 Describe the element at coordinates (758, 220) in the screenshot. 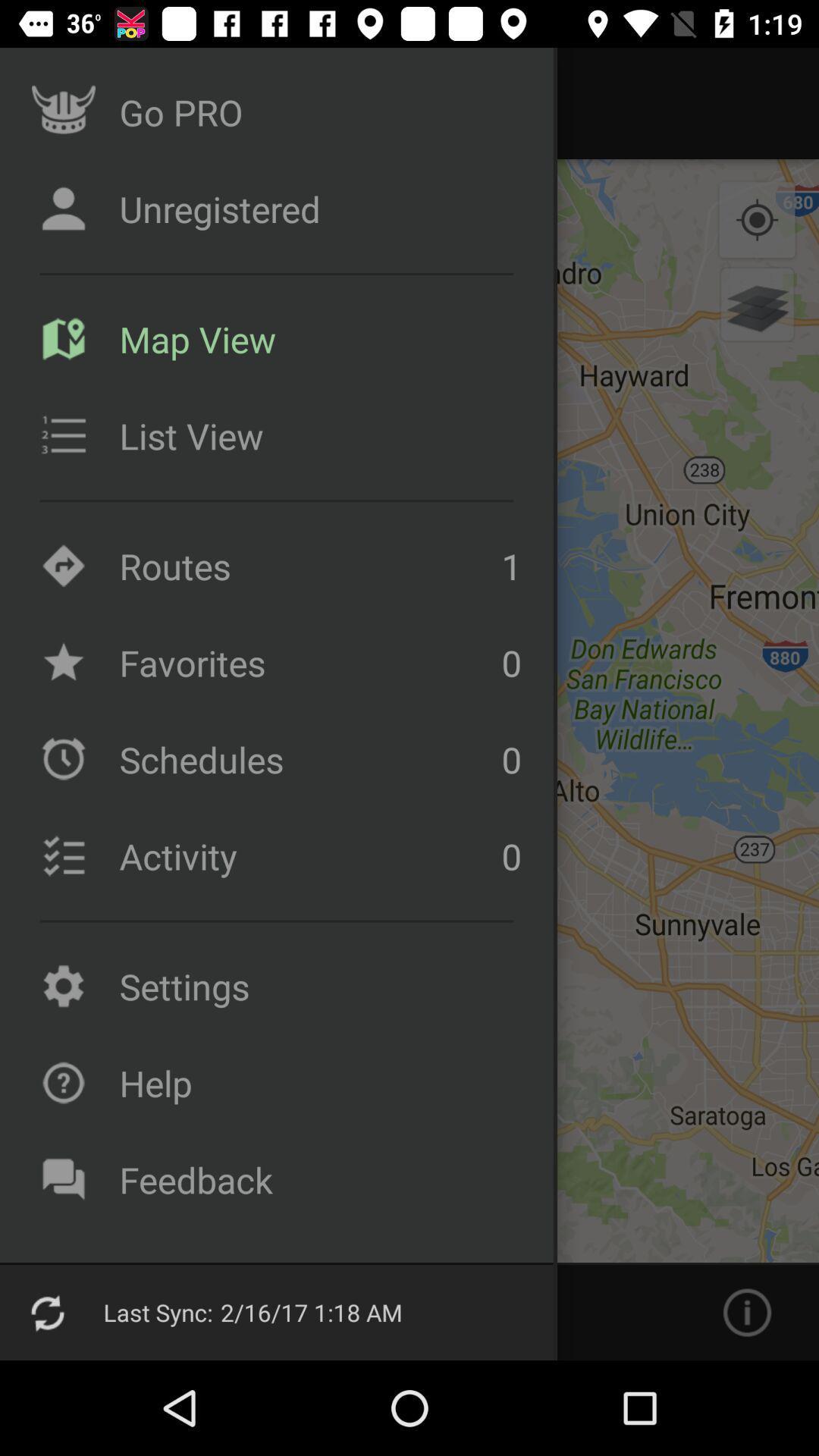

I see `the button which is at the top right side of the page` at that location.